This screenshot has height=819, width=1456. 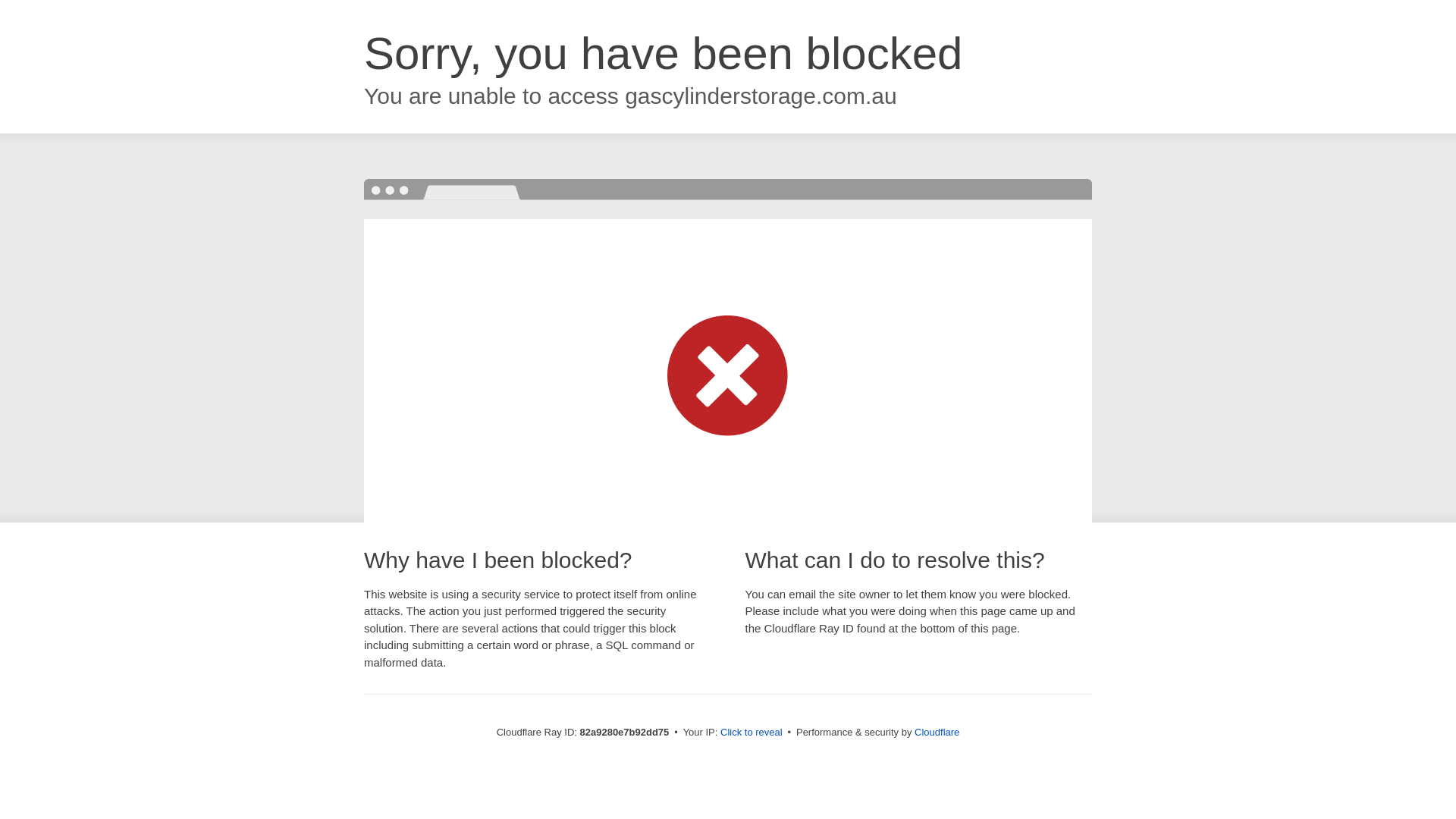 What do you see at coordinates (720, 731) in the screenshot?
I see `'Click to reveal'` at bounding box center [720, 731].